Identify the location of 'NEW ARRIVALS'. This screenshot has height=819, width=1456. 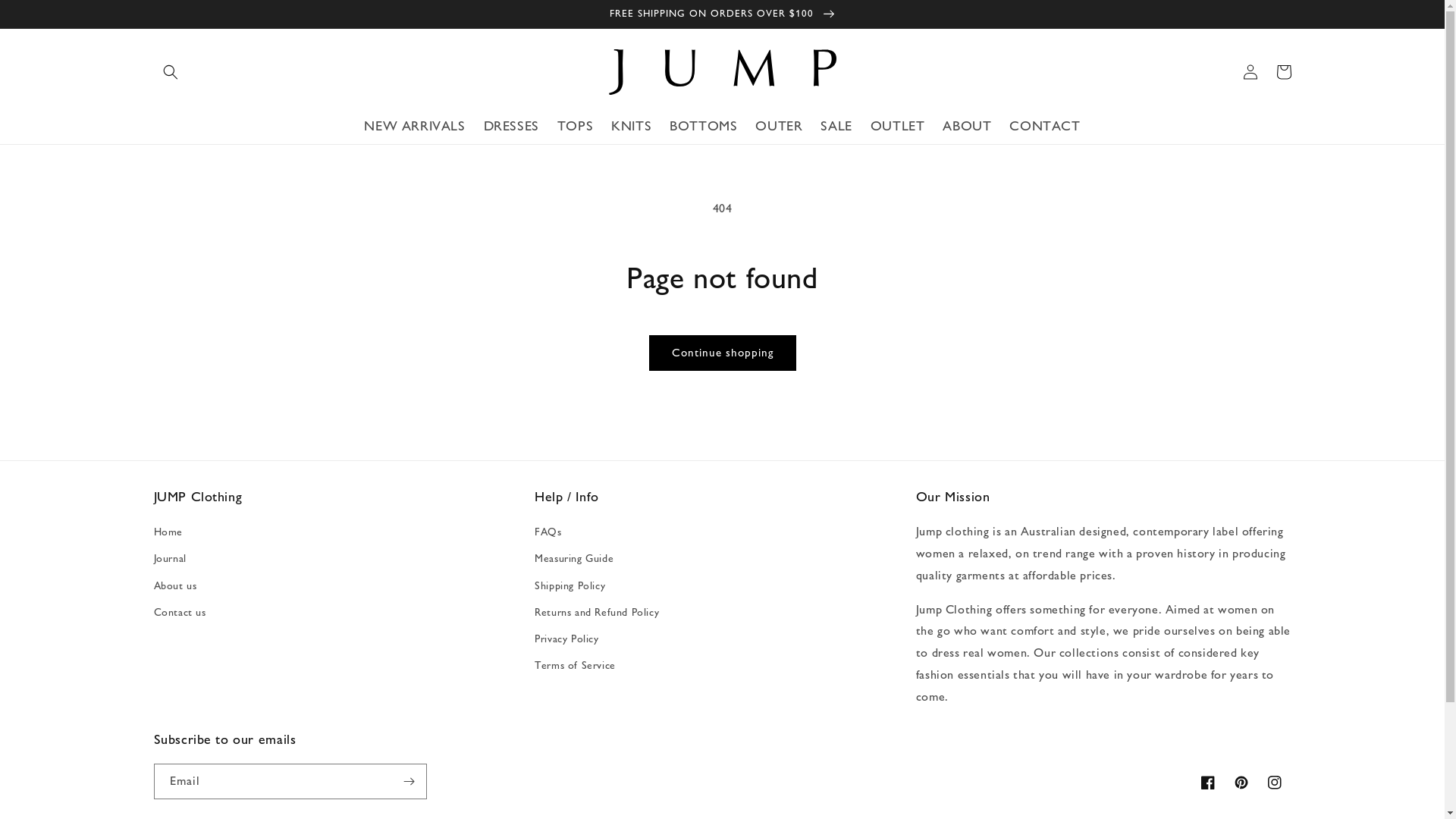
(414, 125).